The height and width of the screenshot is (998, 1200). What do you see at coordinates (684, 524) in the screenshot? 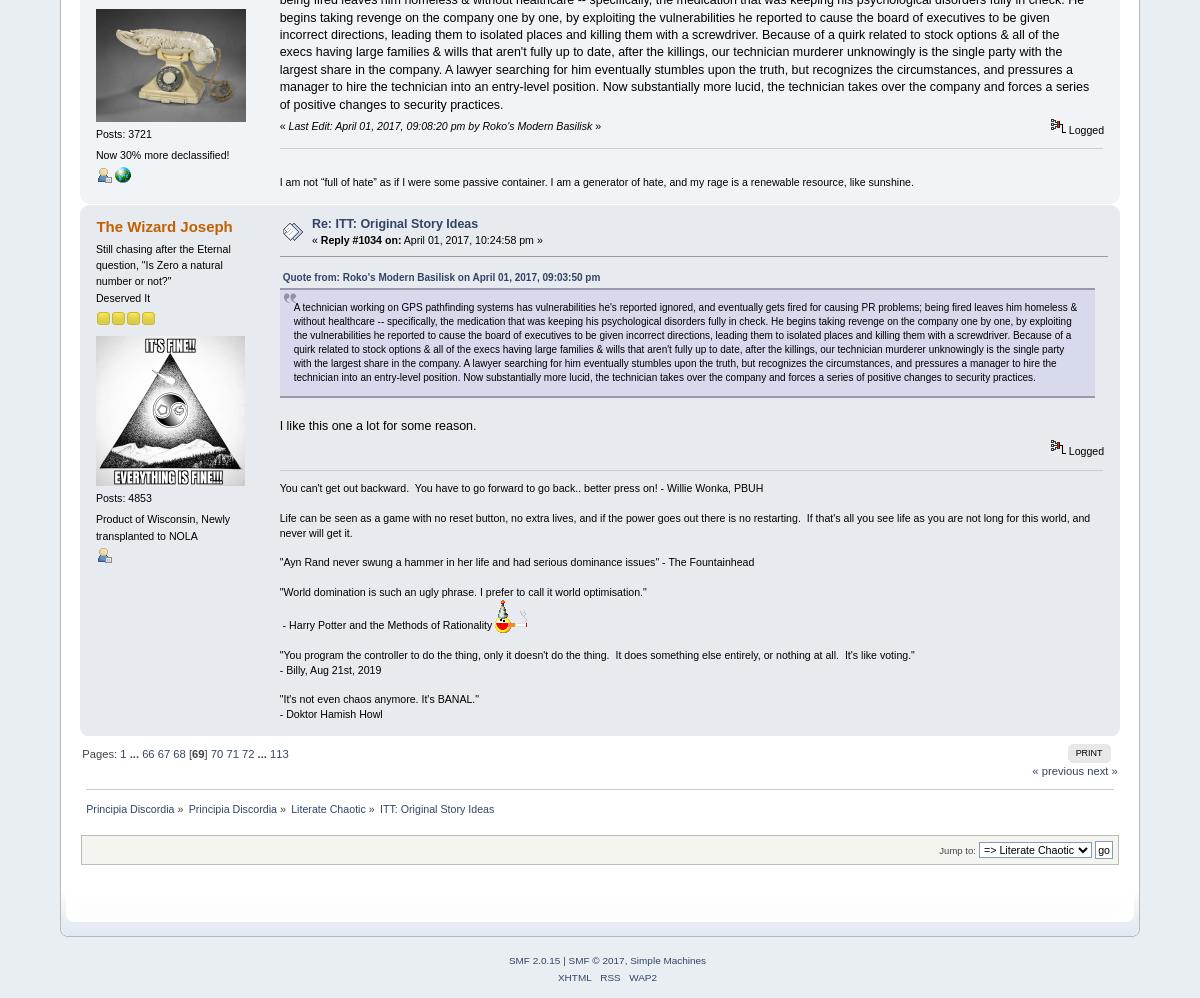
I see `'Life can be seen as a game with no reset button, no extra lives, and if the power goes out there is no restarting.  If that's all you see life as you are not long for this world, and never will get it.'` at bounding box center [684, 524].